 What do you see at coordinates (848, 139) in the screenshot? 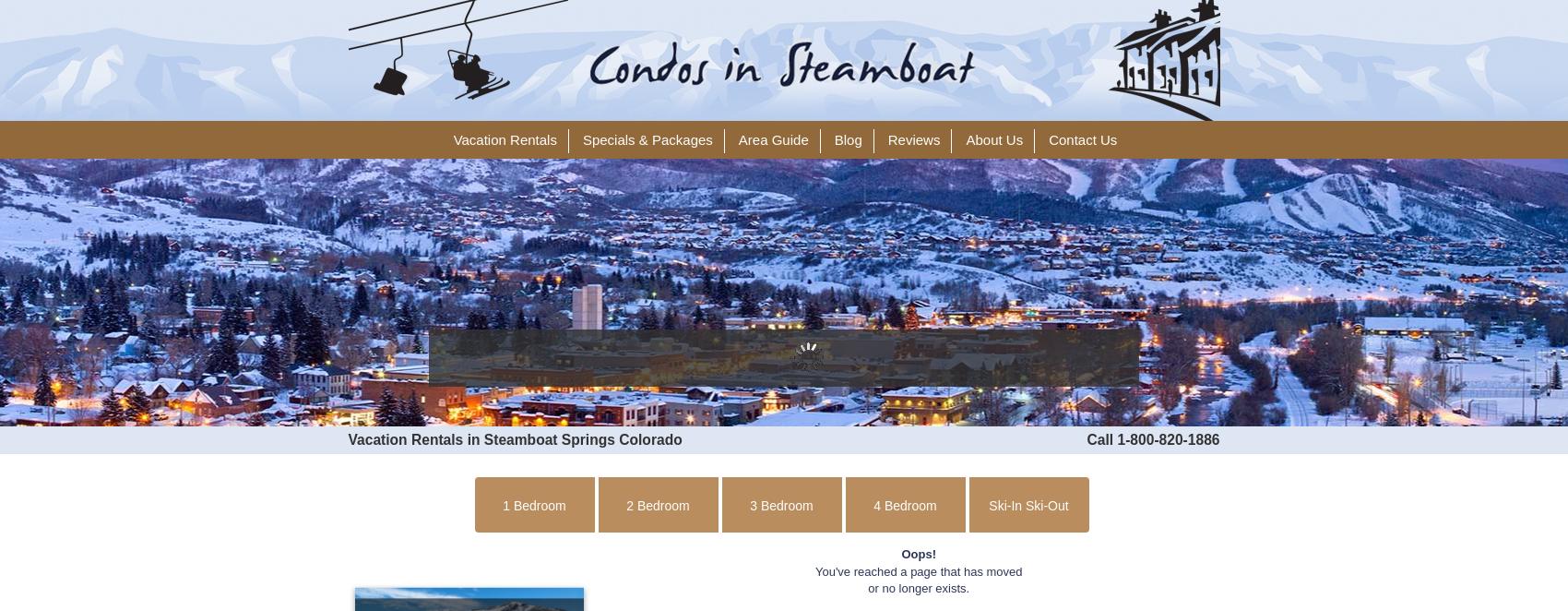
I see `'Blog'` at bounding box center [848, 139].